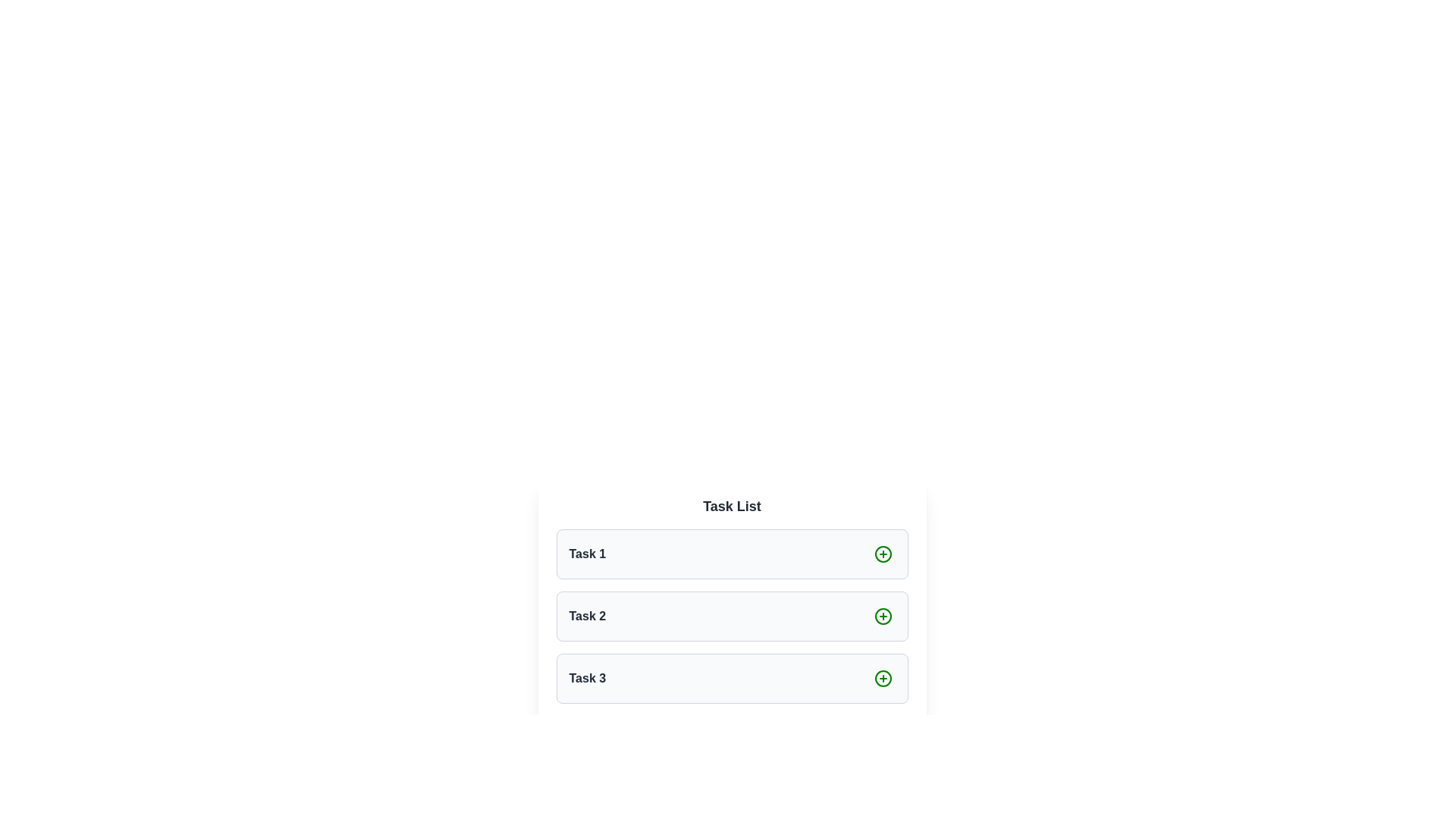 The height and width of the screenshot is (819, 1456). What do you see at coordinates (732, 506) in the screenshot?
I see `the header text element that serves as the title for the list of tasks, positioned centrally at the top of the interface` at bounding box center [732, 506].